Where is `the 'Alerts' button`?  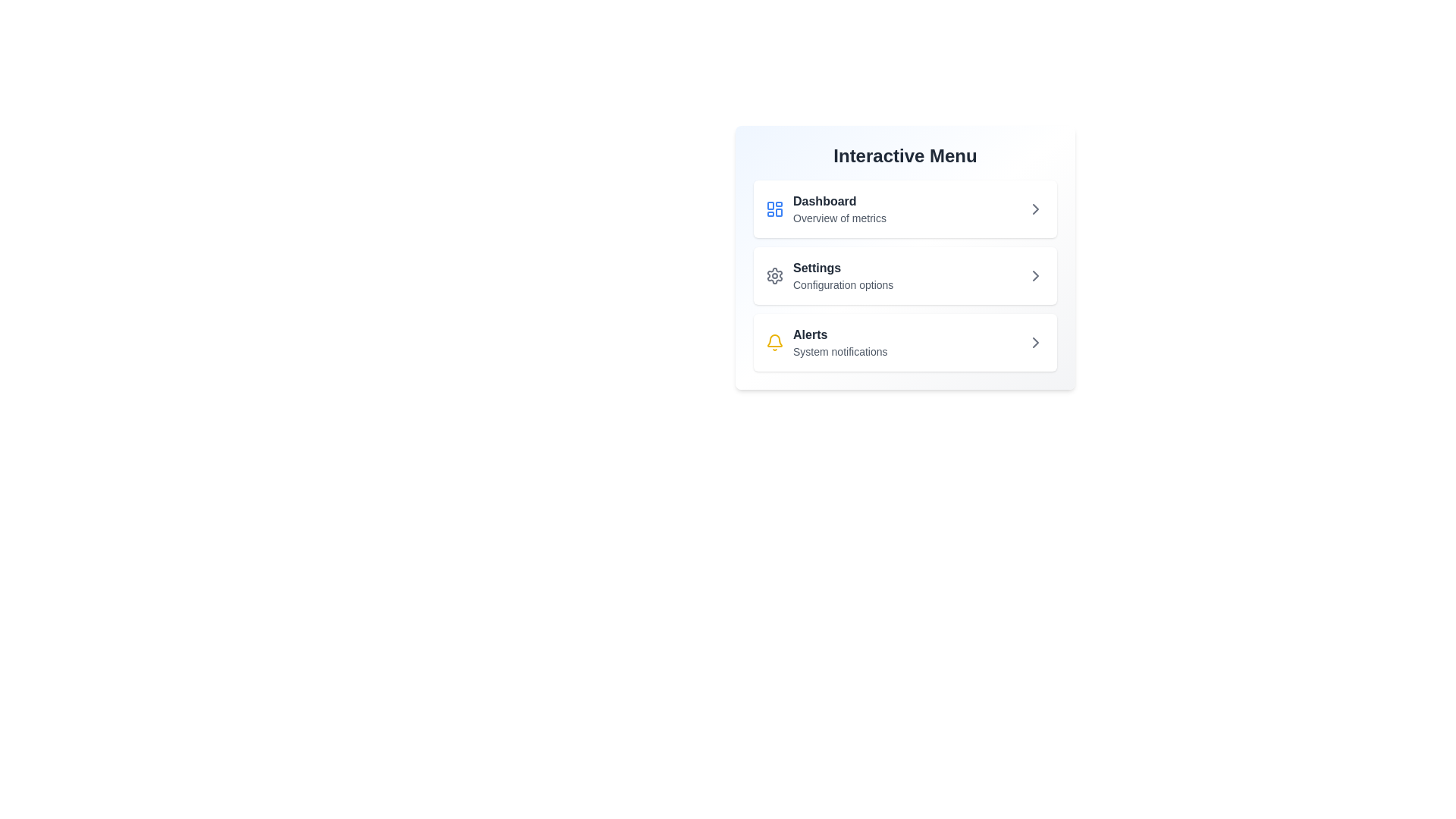 the 'Alerts' button is located at coordinates (905, 342).